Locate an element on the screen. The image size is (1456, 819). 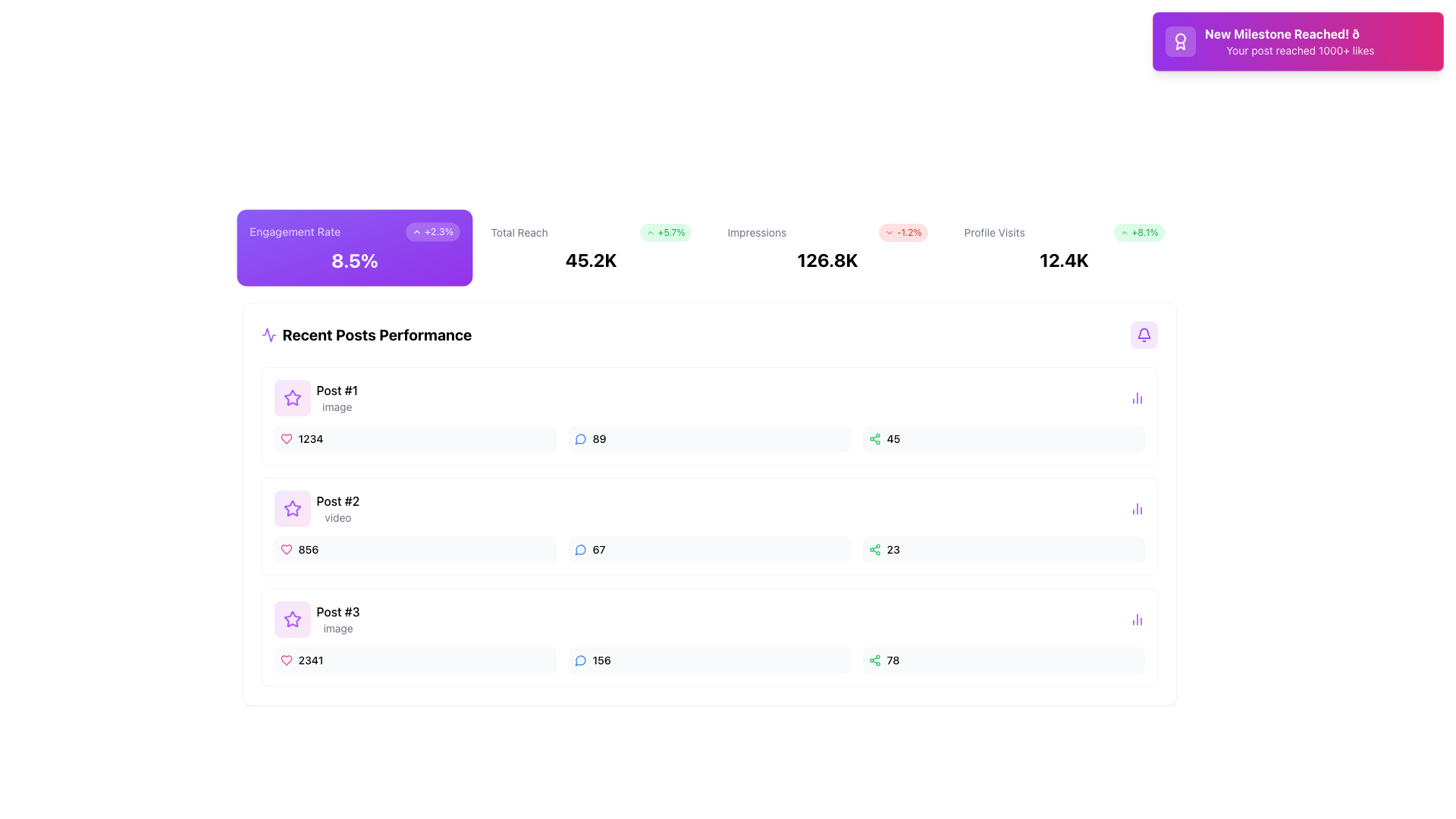
the appearance of the upward-facing chevron icon located to the right of the text '+2.3%' within the engagement rate section is located at coordinates (416, 231).